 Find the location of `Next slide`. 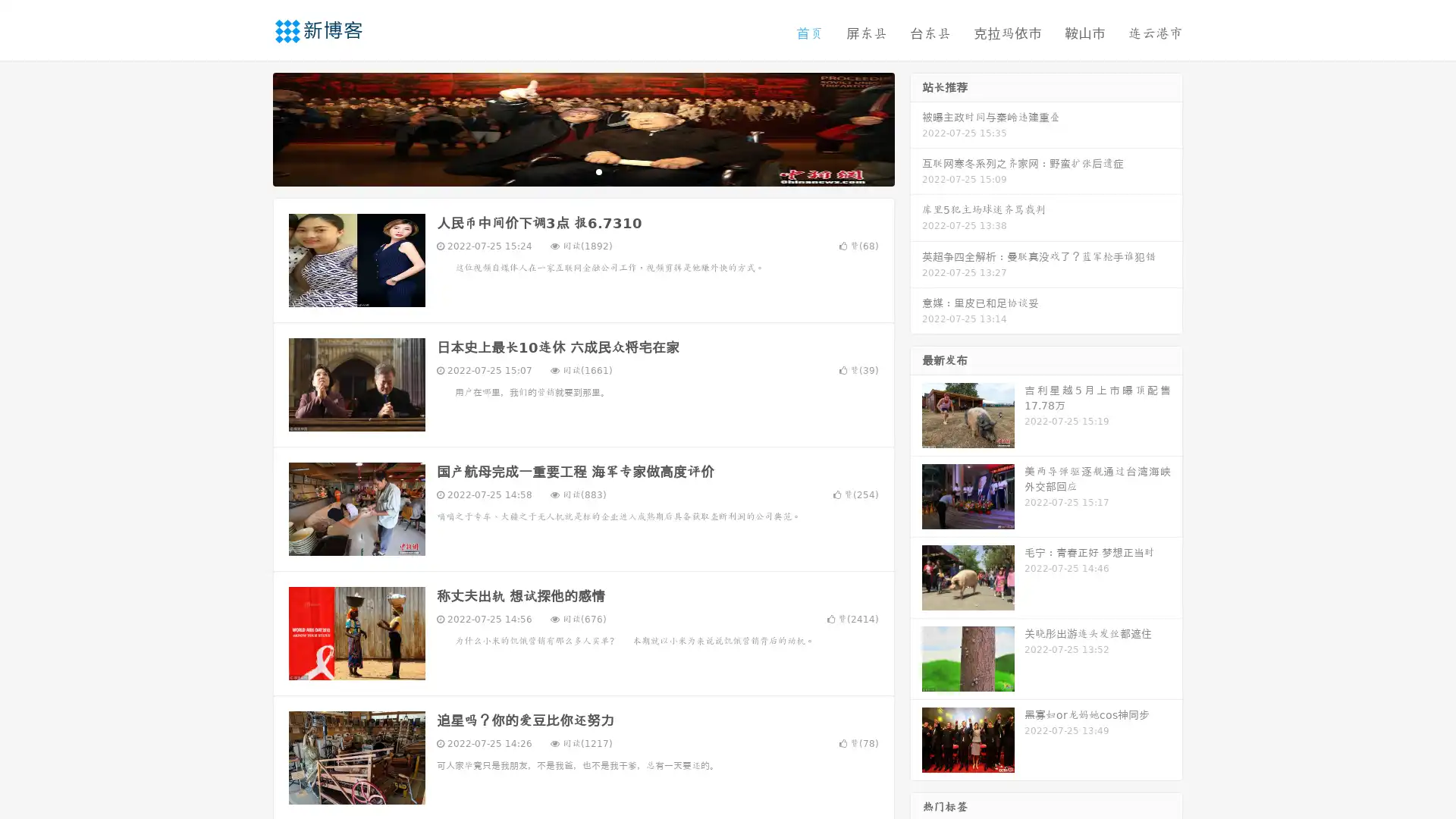

Next slide is located at coordinates (916, 127).